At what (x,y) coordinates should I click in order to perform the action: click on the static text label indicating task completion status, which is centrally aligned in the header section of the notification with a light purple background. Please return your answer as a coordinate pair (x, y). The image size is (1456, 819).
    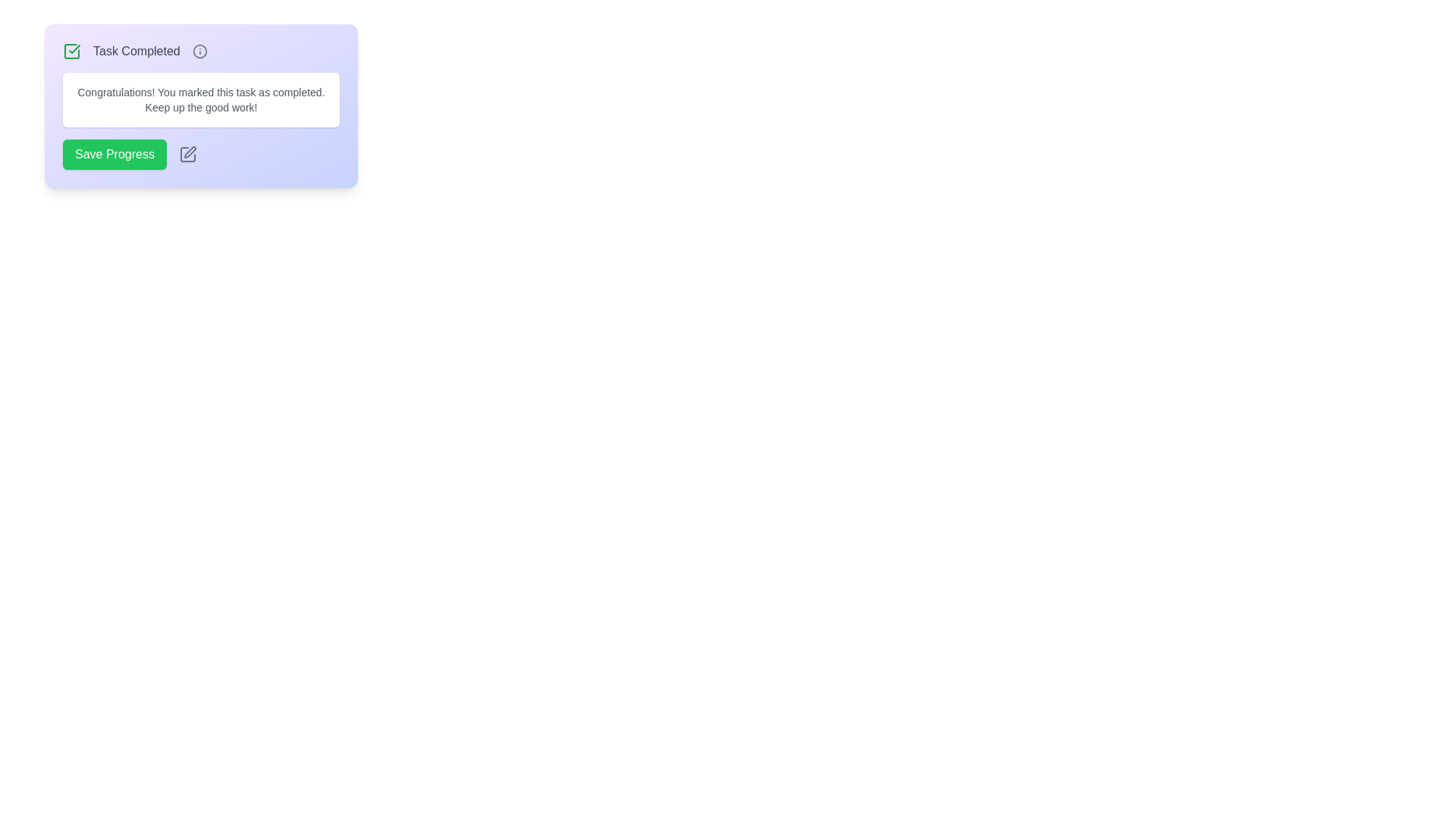
    Looking at the image, I should click on (136, 51).